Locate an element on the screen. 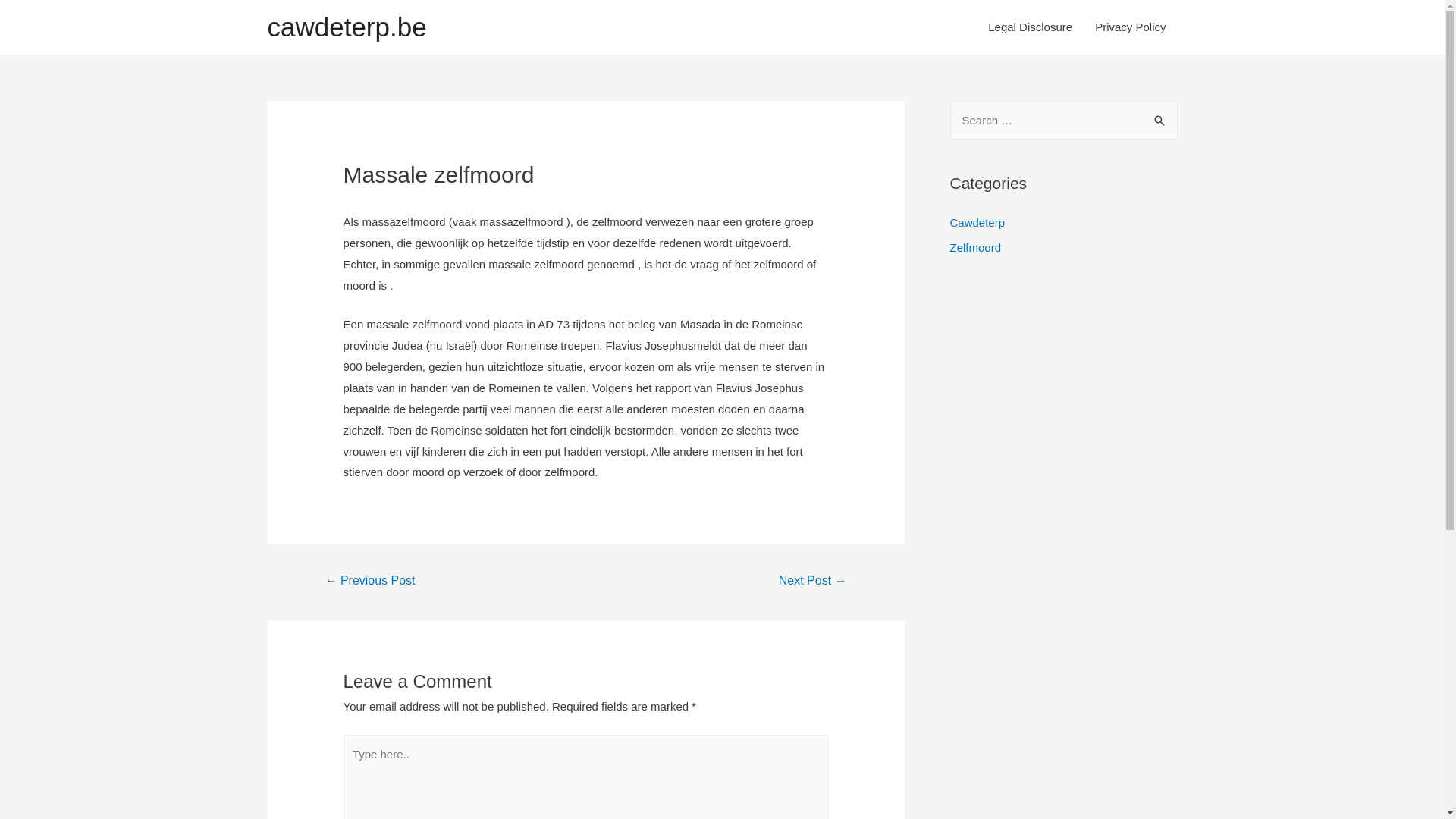  'cawdeterp.be' is located at coordinates (266, 27).